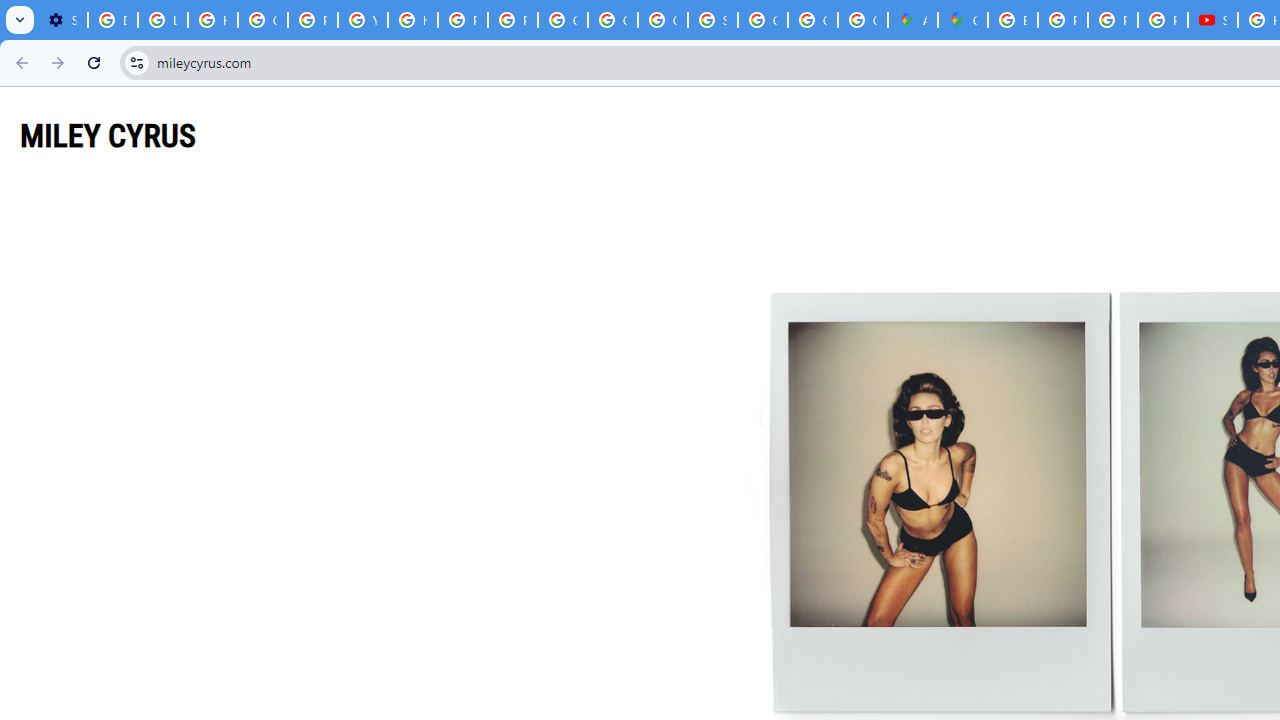 The width and height of the screenshot is (1280, 720). Describe the element at coordinates (163, 20) in the screenshot. I see `'Learn how to find your photos - Google Photos Help'` at that location.